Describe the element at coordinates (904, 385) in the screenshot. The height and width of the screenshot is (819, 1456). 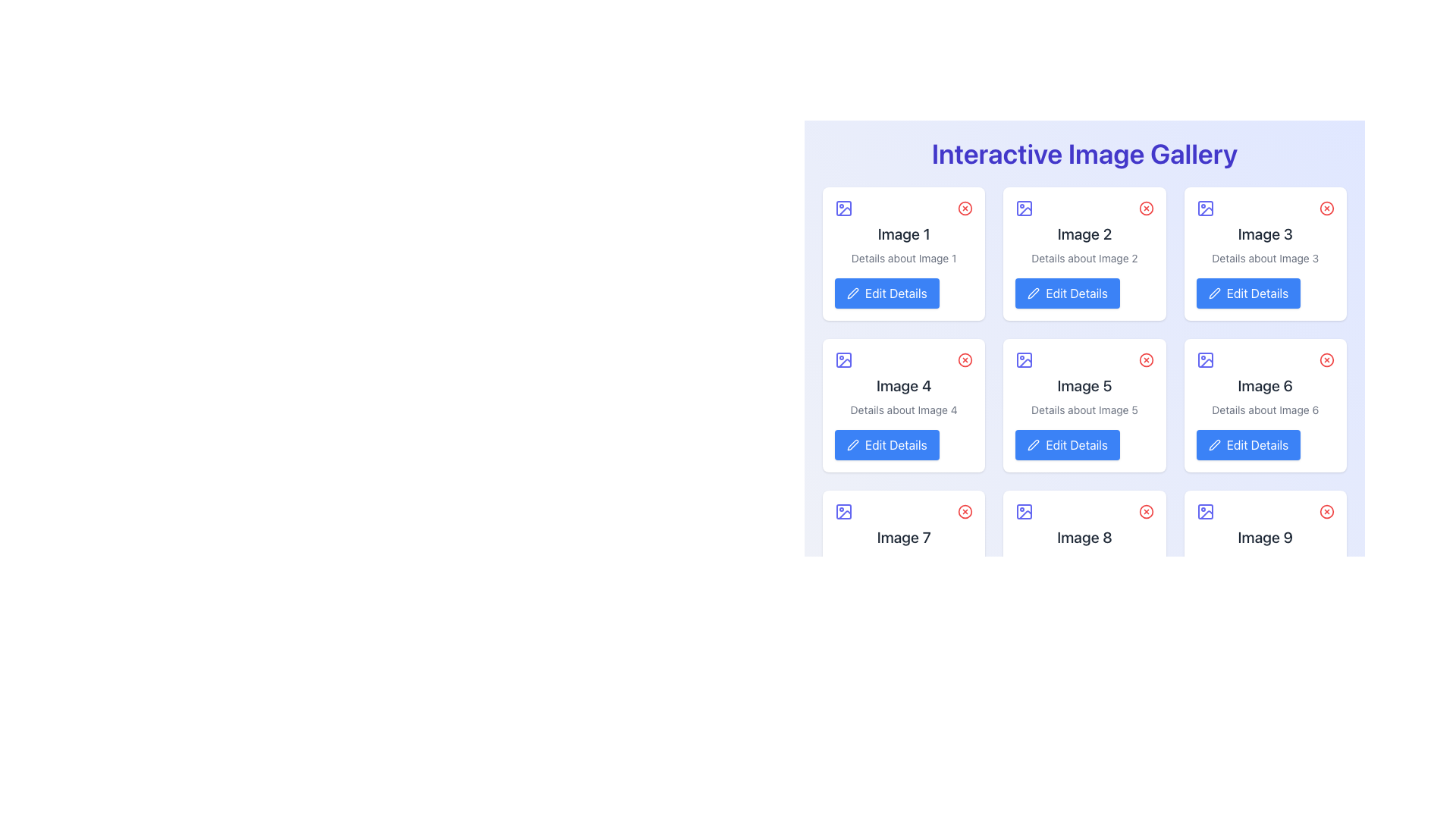
I see `the static text label displaying 'Image 4', which is located in the center of the card layout beneath the image icon in the second row of the grid` at that location.